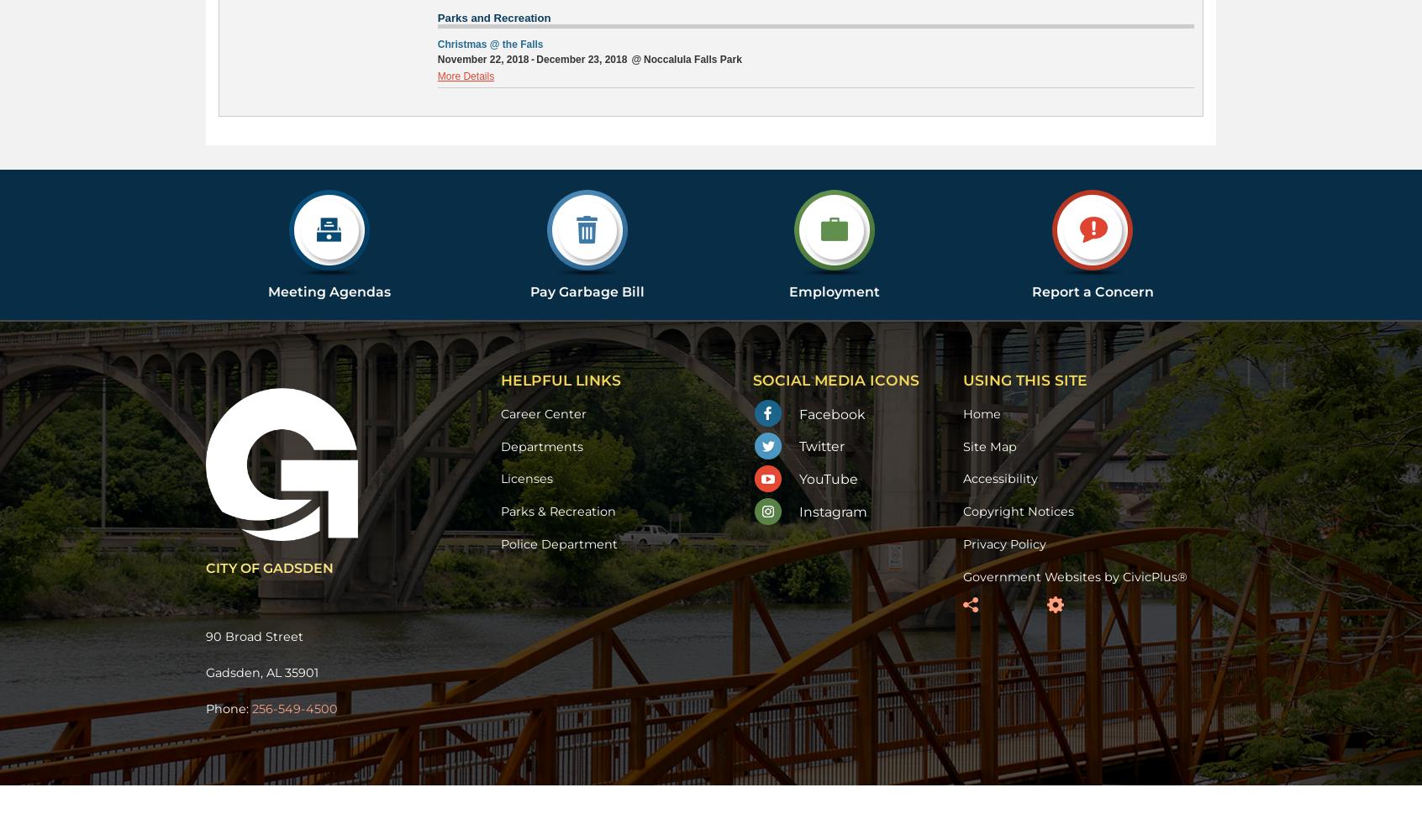 This screenshot has height=840, width=1422. What do you see at coordinates (266, 290) in the screenshot?
I see `'Meeting Agendas'` at bounding box center [266, 290].